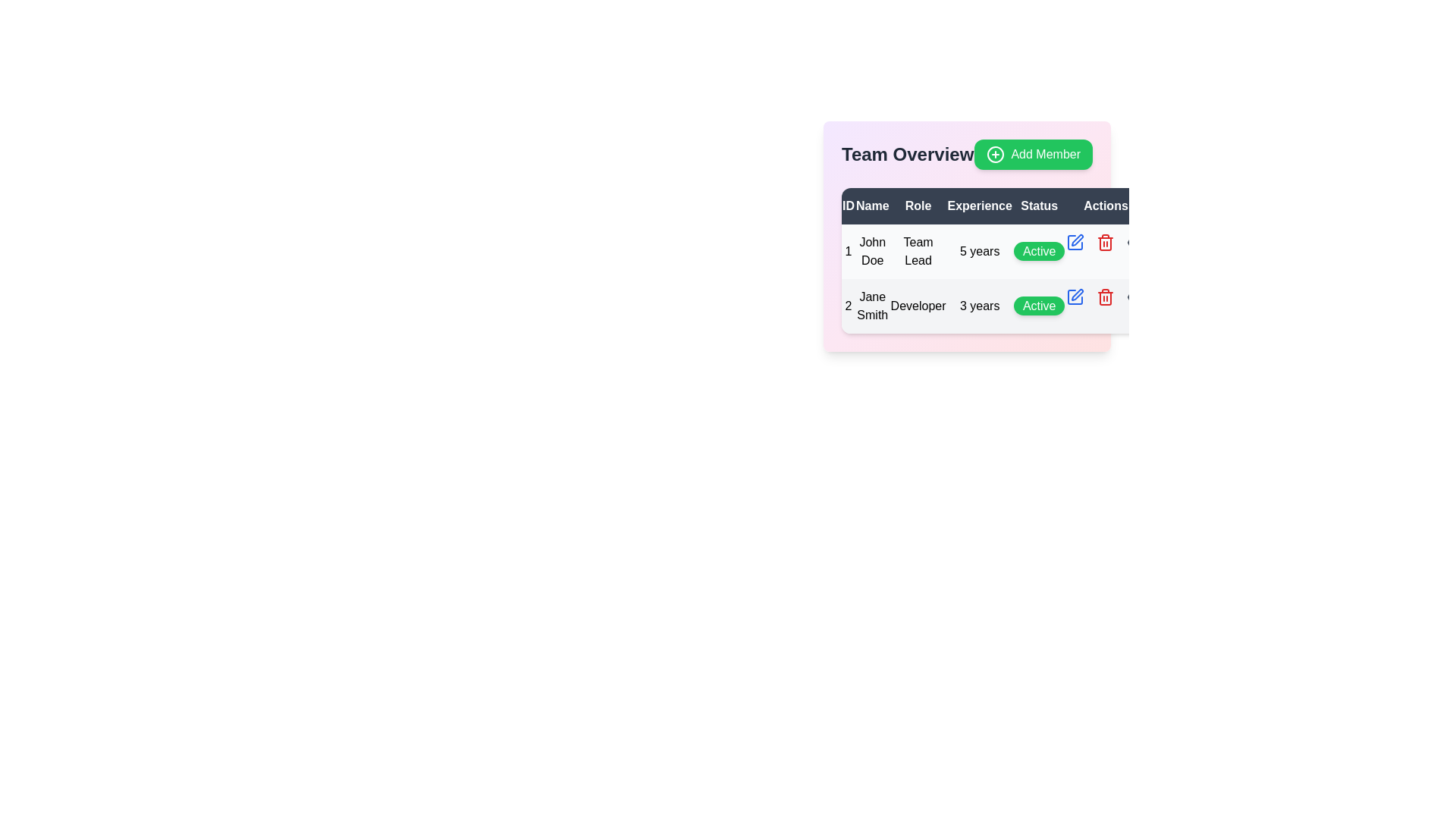 The height and width of the screenshot is (819, 1456). What do you see at coordinates (993, 259) in the screenshot?
I see `the rows of the Data table displaying team member details` at bounding box center [993, 259].